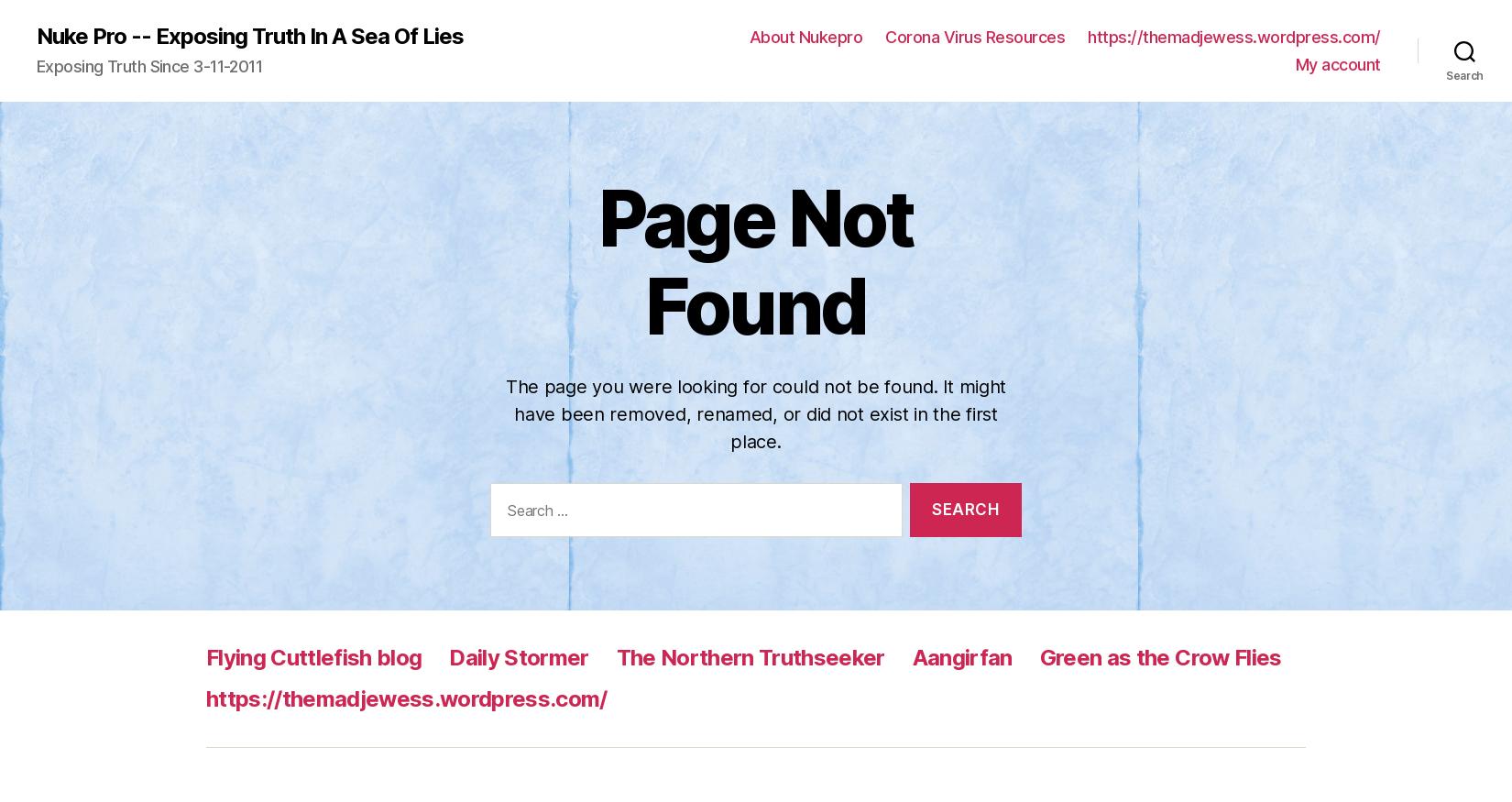  Describe the element at coordinates (206, 628) in the screenshot. I see `'Excess Deaths Continue, Permanent Harm From mRNA Injections'` at that location.